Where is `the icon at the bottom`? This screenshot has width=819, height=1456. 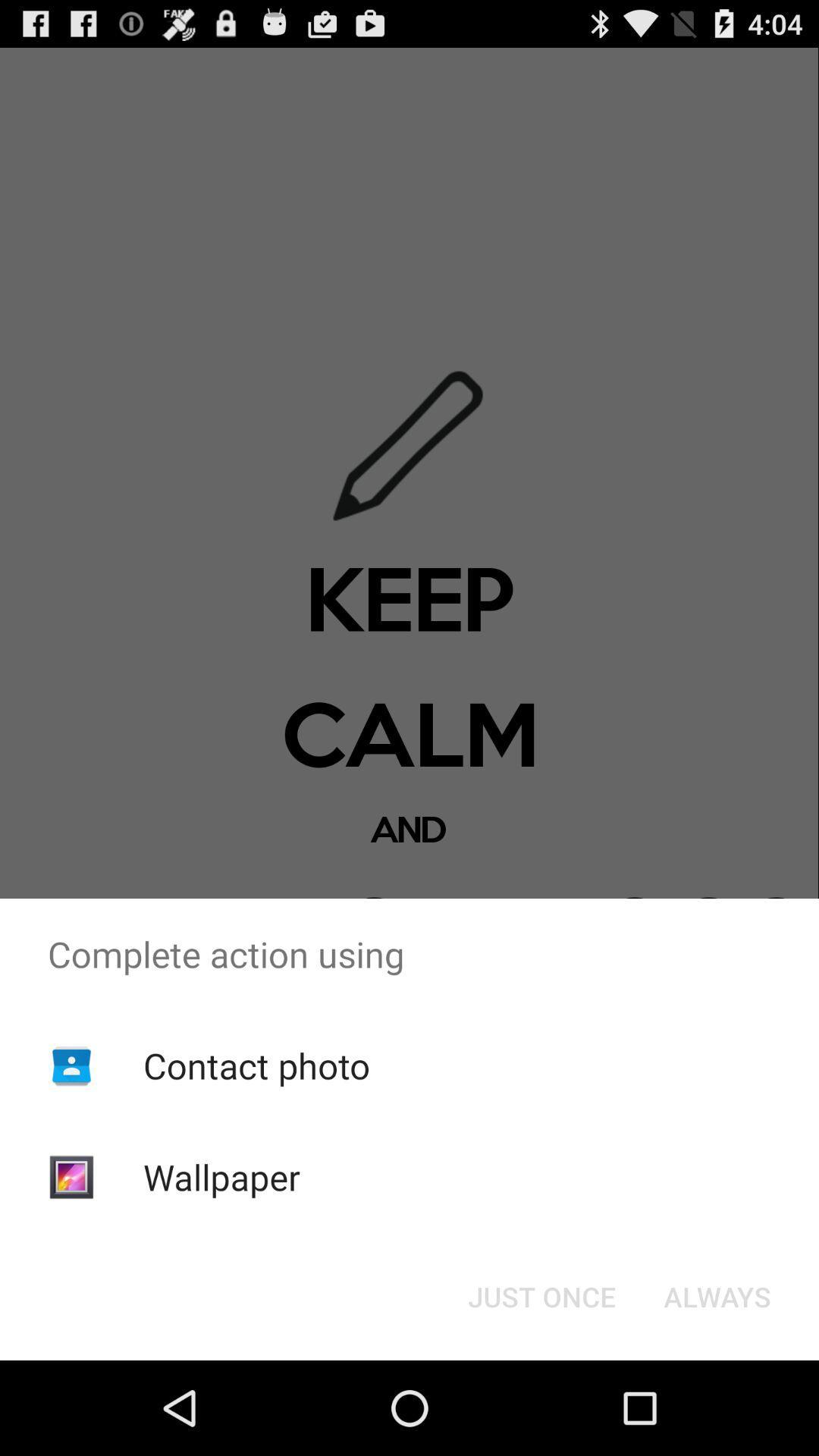 the icon at the bottom is located at coordinates (541, 1295).